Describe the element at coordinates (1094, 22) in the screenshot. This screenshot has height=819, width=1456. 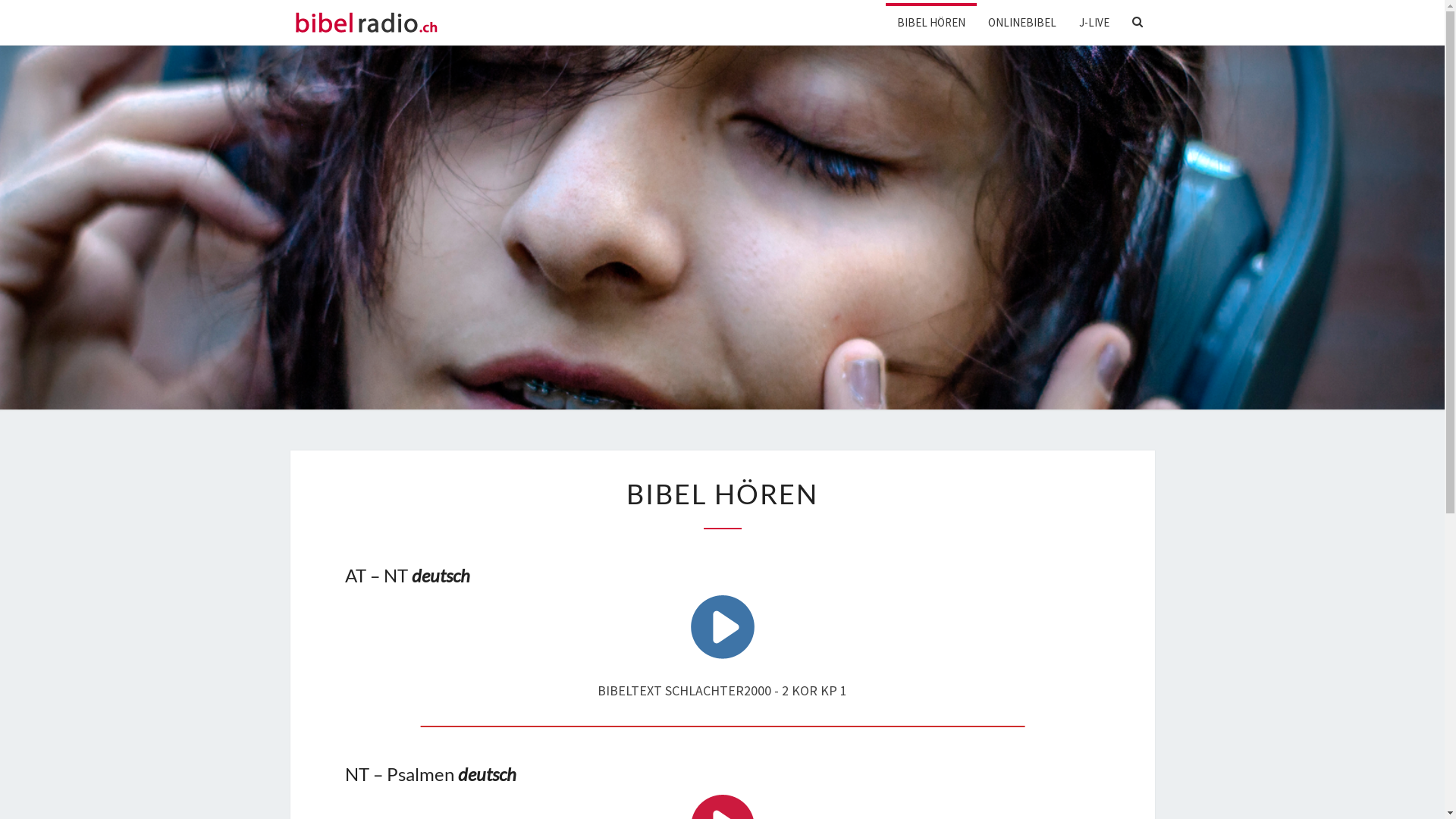
I see `'J-LIVE'` at that location.